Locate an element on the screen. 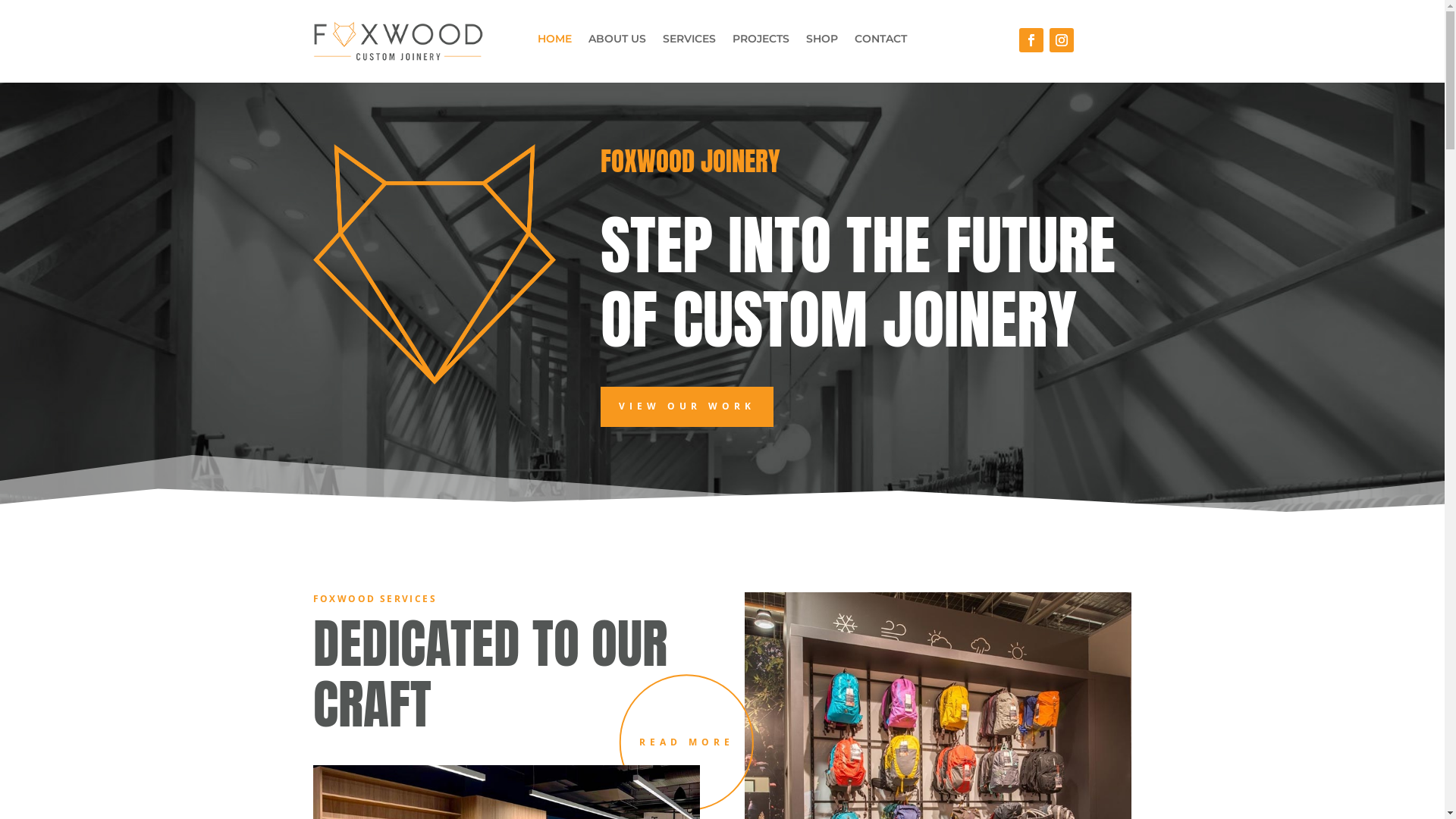 The height and width of the screenshot is (819, 1456). 'SERVICES' is located at coordinates (688, 40).